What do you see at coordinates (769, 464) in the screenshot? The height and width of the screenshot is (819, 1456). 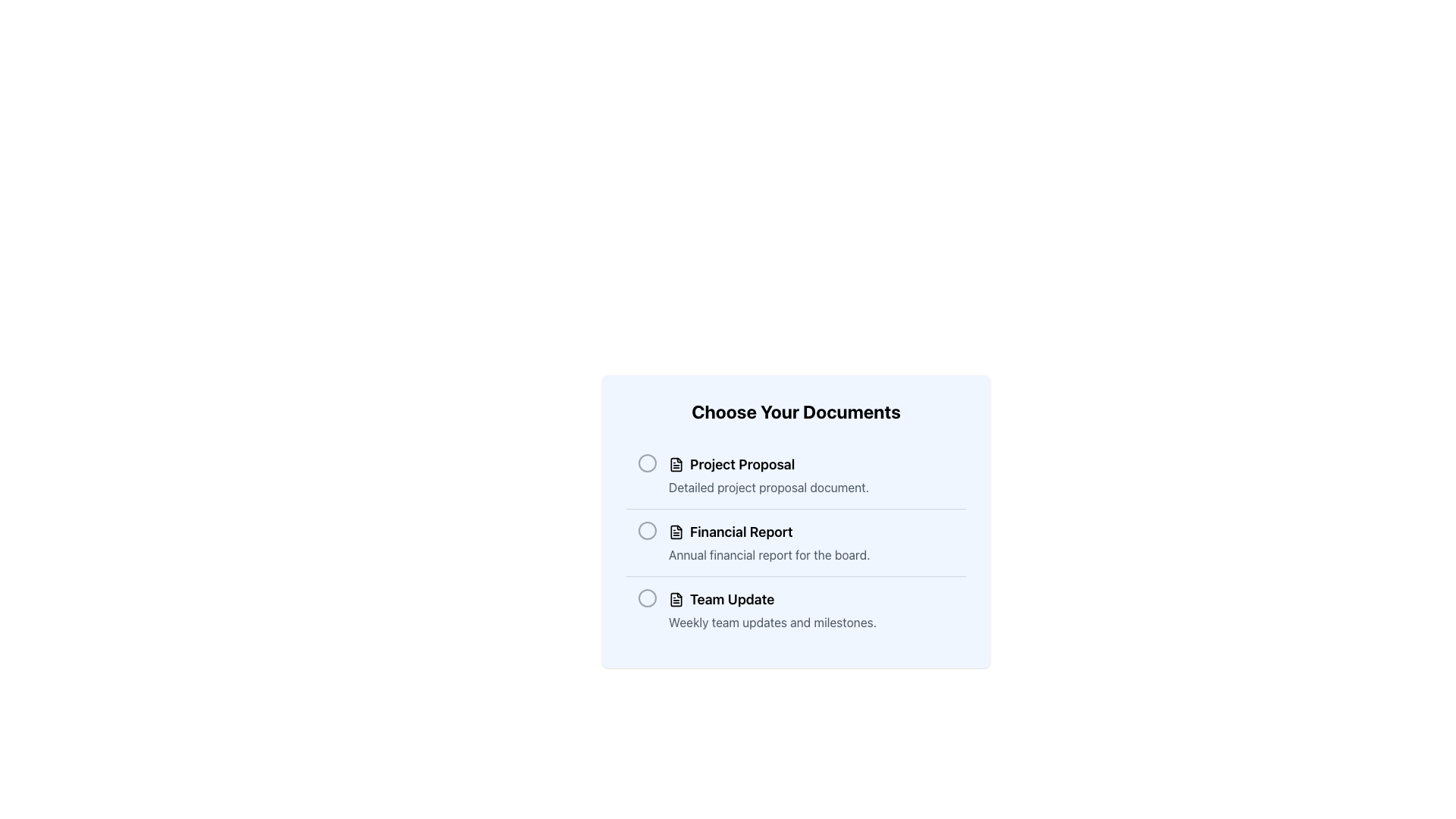 I see `the text label 'Choose Your Documents'` at bounding box center [769, 464].